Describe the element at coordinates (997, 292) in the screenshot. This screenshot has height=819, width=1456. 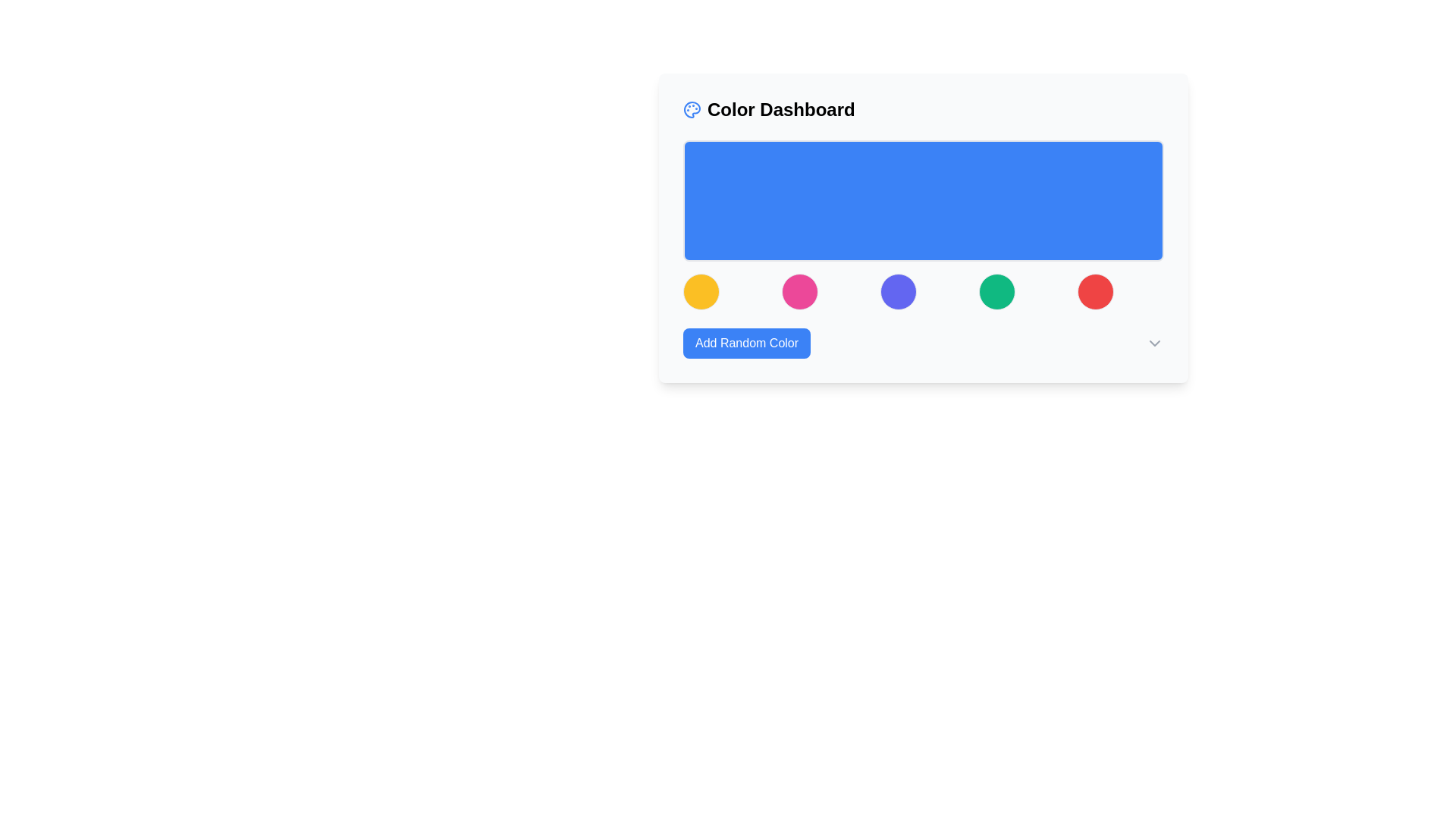
I see `the fourth circle in the row of five similar colored circles within the 'Color Dashboard'` at that location.